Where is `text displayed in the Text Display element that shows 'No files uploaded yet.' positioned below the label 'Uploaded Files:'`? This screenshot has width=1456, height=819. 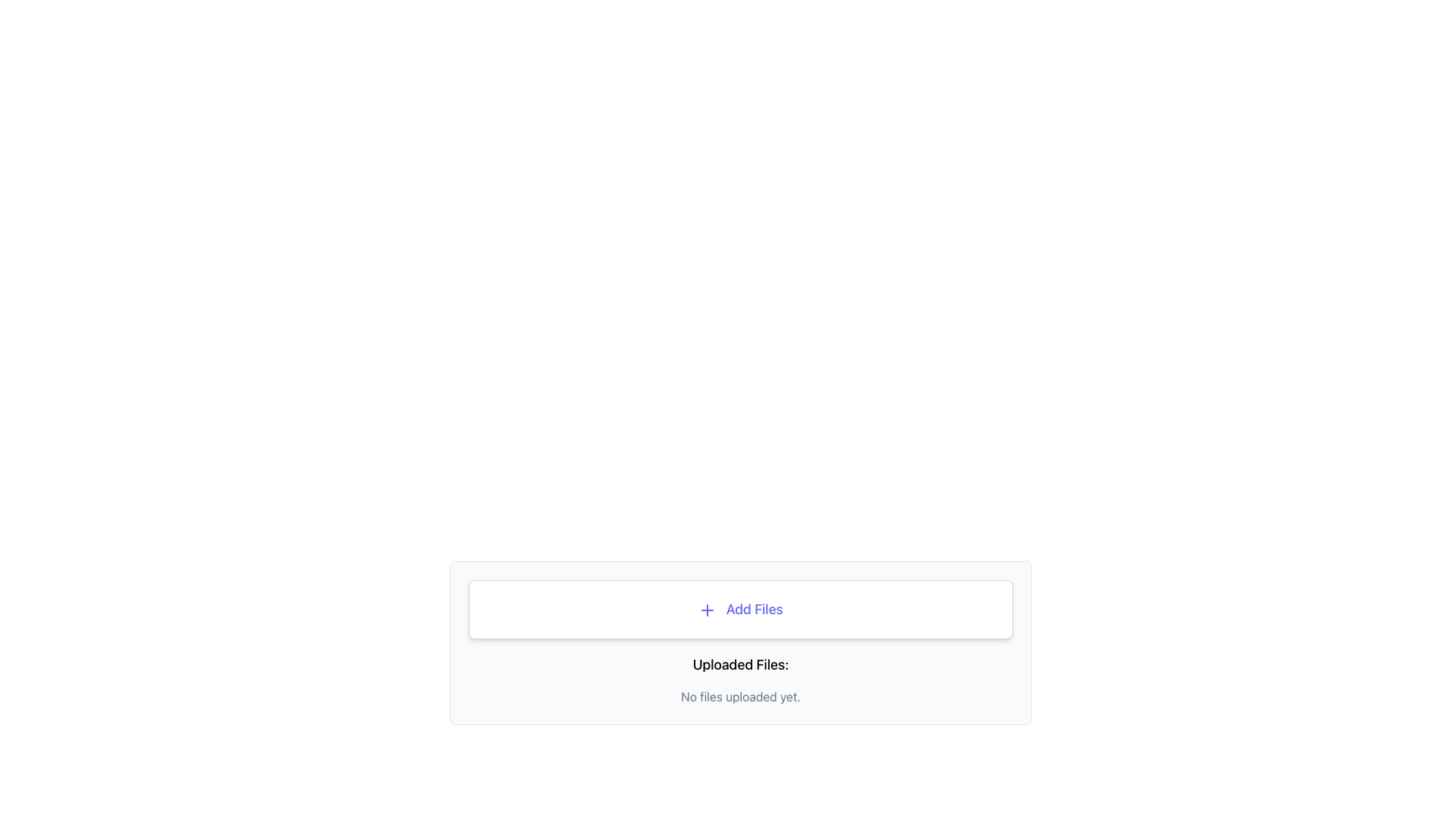
text displayed in the Text Display element that shows 'No files uploaded yet.' positioned below the label 'Uploaded Files:' is located at coordinates (741, 696).